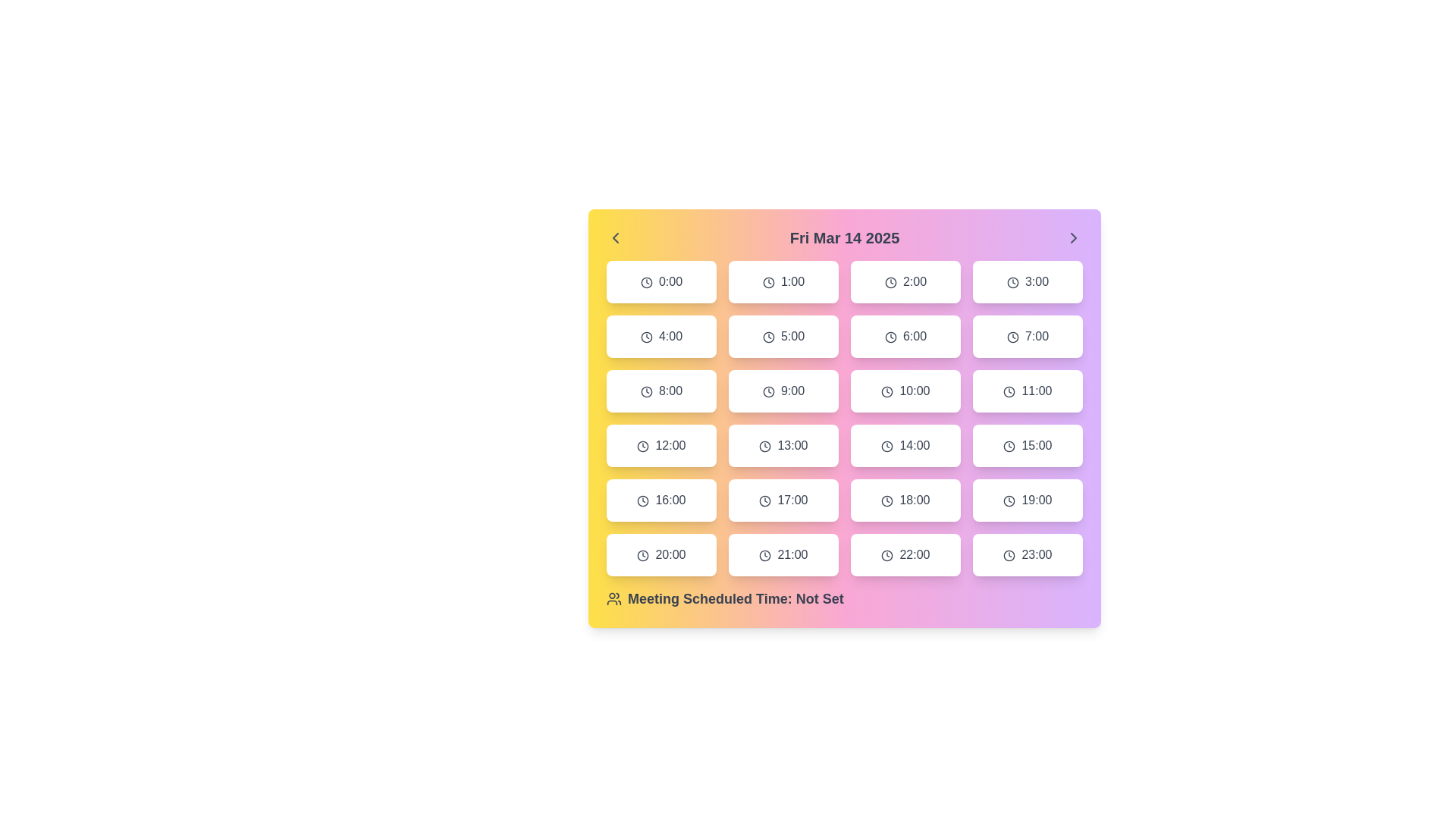 The width and height of the screenshot is (1456, 819). What do you see at coordinates (765, 445) in the screenshot?
I see `the circular outline of the clock icon located before the '13:00' button` at bounding box center [765, 445].